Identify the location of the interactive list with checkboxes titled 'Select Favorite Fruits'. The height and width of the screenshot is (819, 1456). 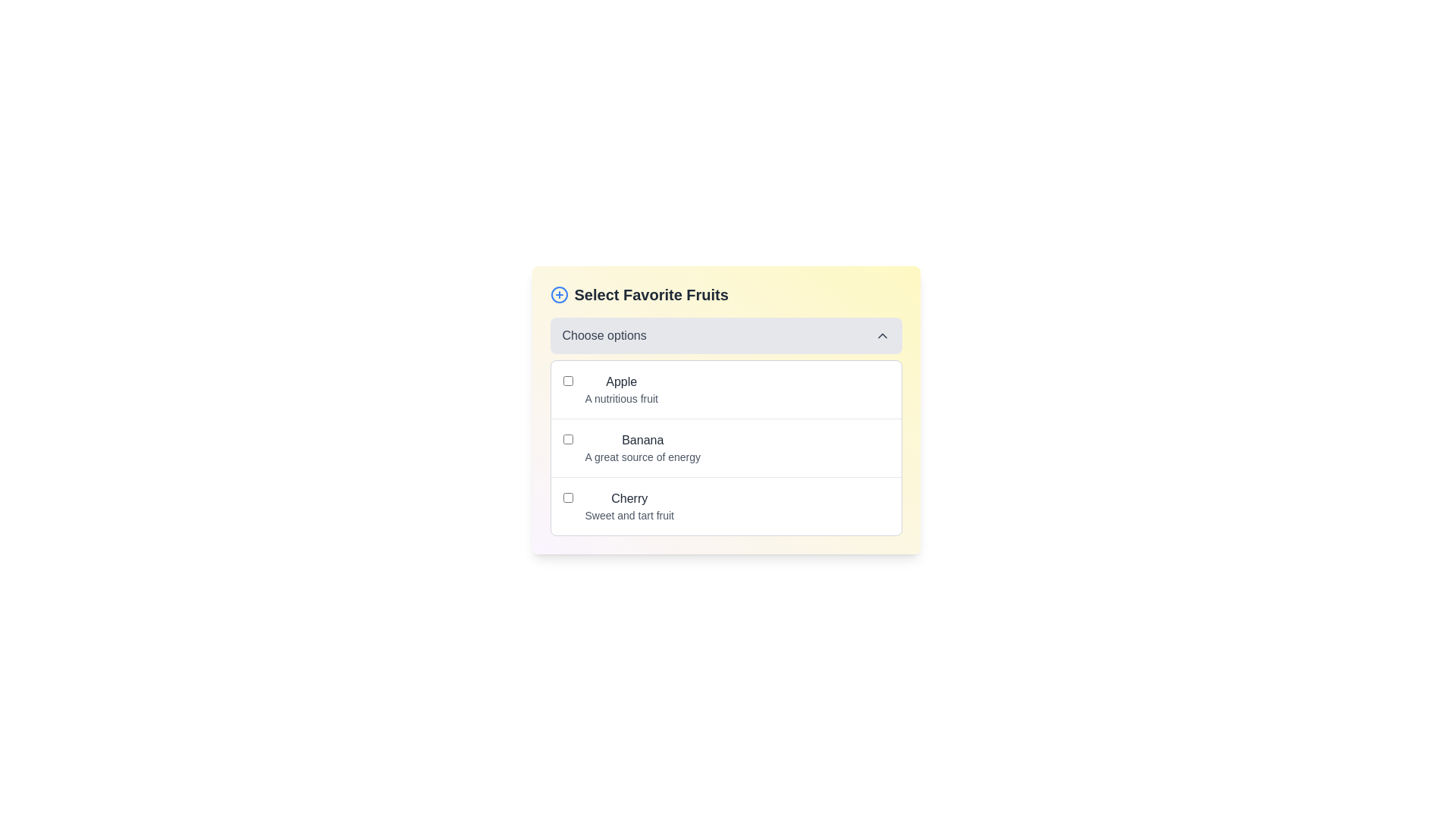
(725, 409).